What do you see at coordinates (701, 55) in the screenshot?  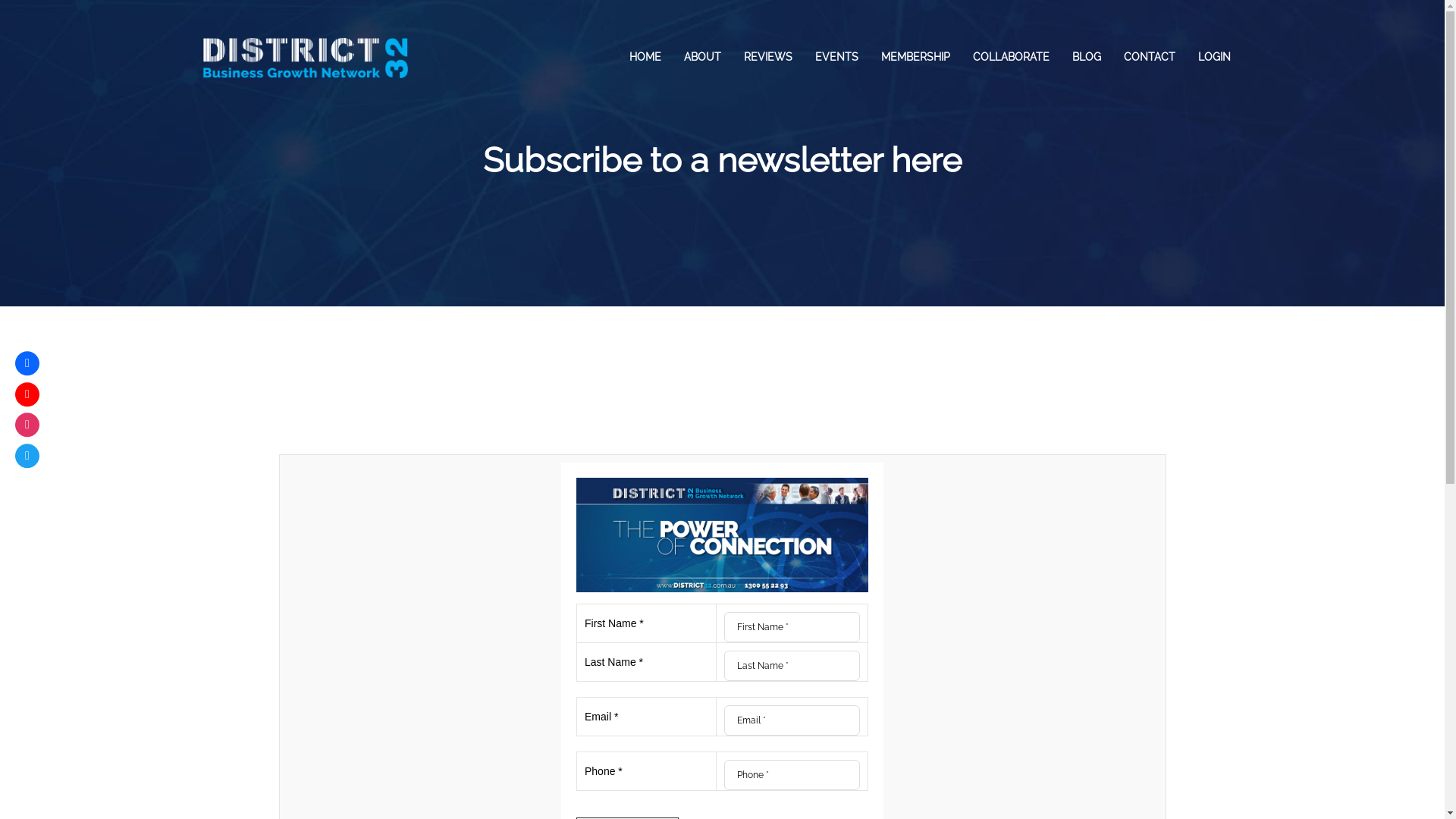 I see `'ABOUT'` at bounding box center [701, 55].